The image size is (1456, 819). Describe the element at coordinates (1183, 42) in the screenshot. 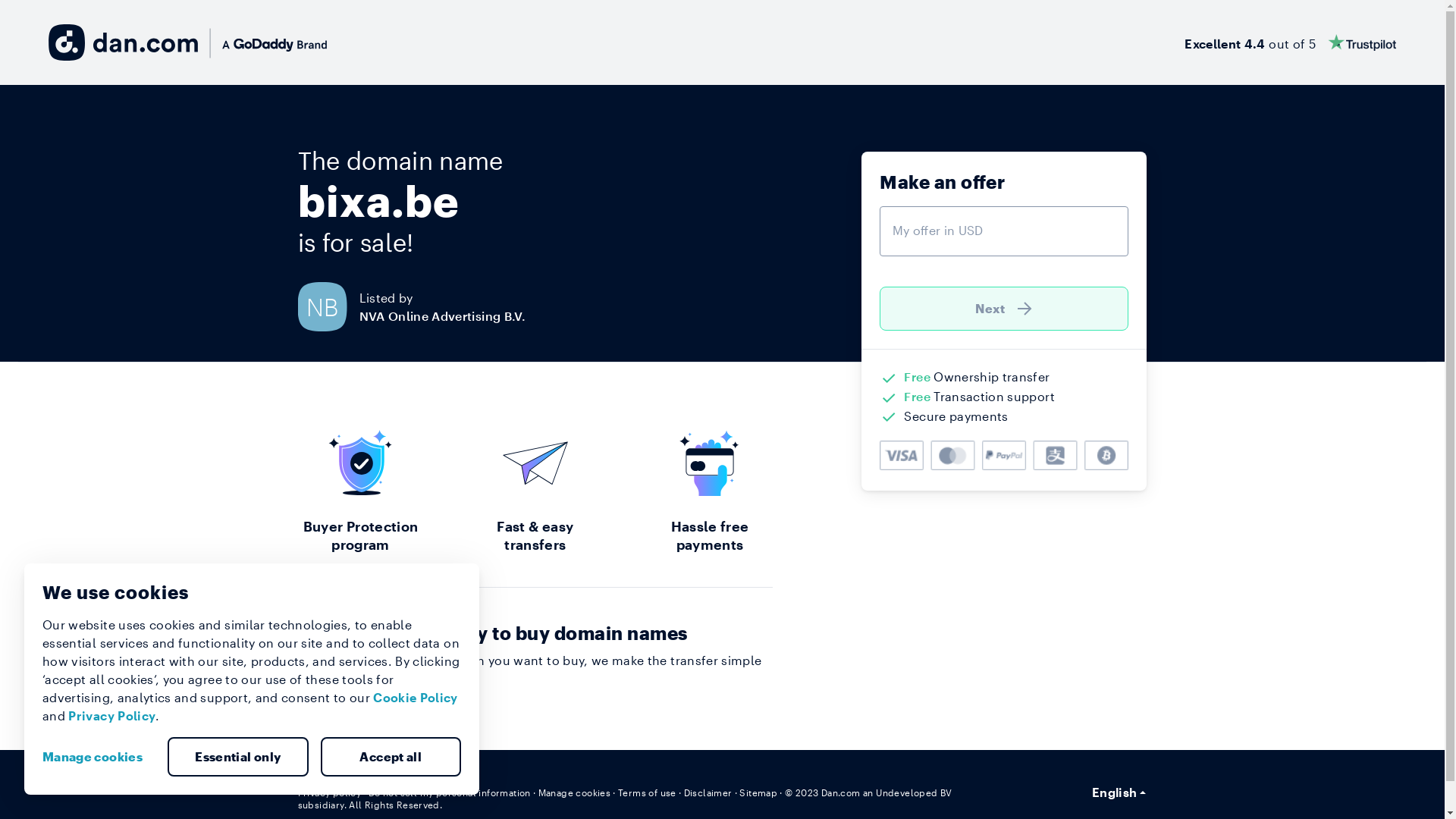

I see `'Excellent 4.4 out of 5'` at that location.